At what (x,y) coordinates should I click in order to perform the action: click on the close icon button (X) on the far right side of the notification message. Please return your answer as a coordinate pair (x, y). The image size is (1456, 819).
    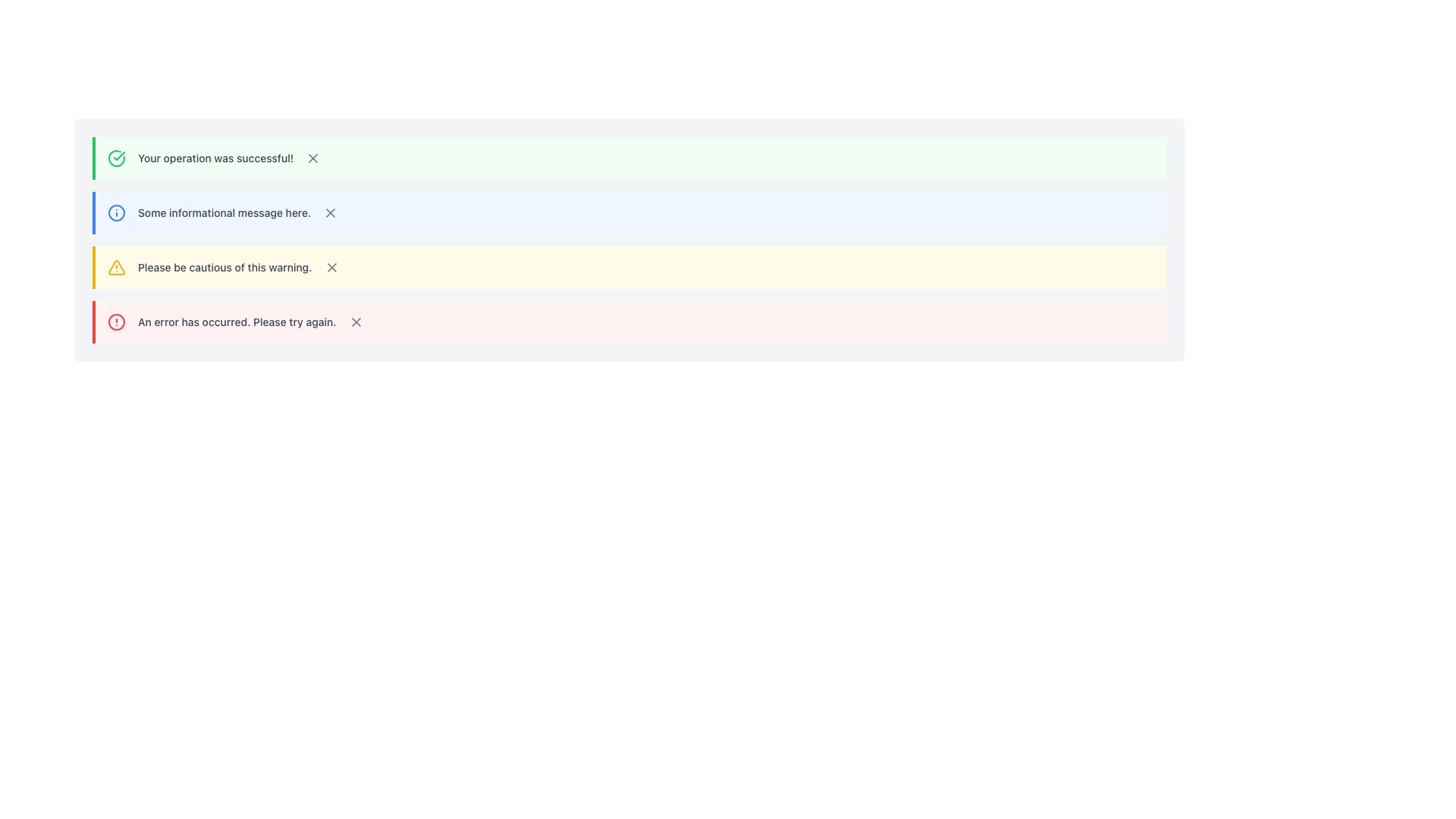
    Looking at the image, I should click on (330, 213).